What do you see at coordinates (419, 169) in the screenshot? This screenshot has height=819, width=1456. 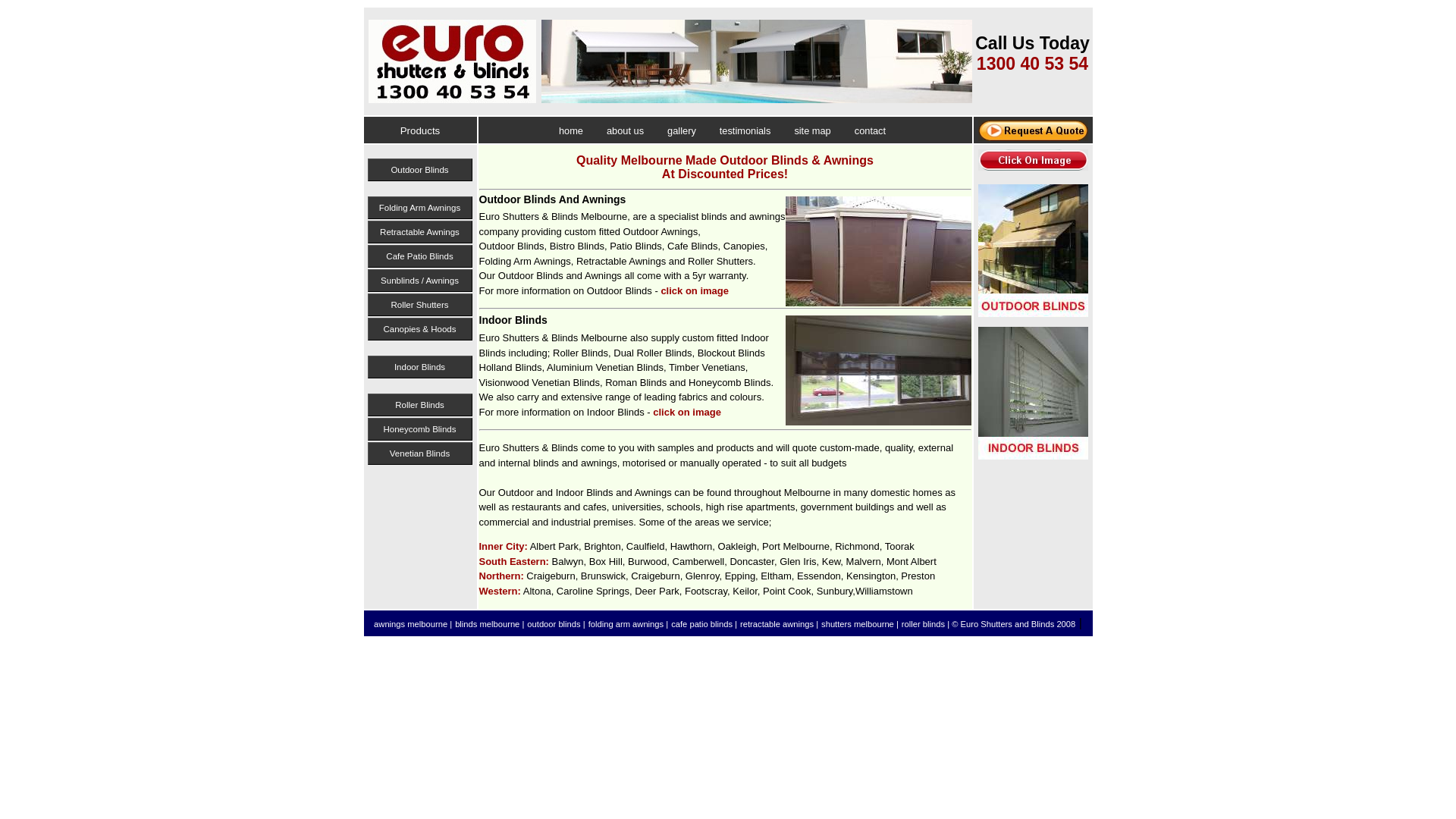 I see `'Outdoor Blinds'` at bounding box center [419, 169].